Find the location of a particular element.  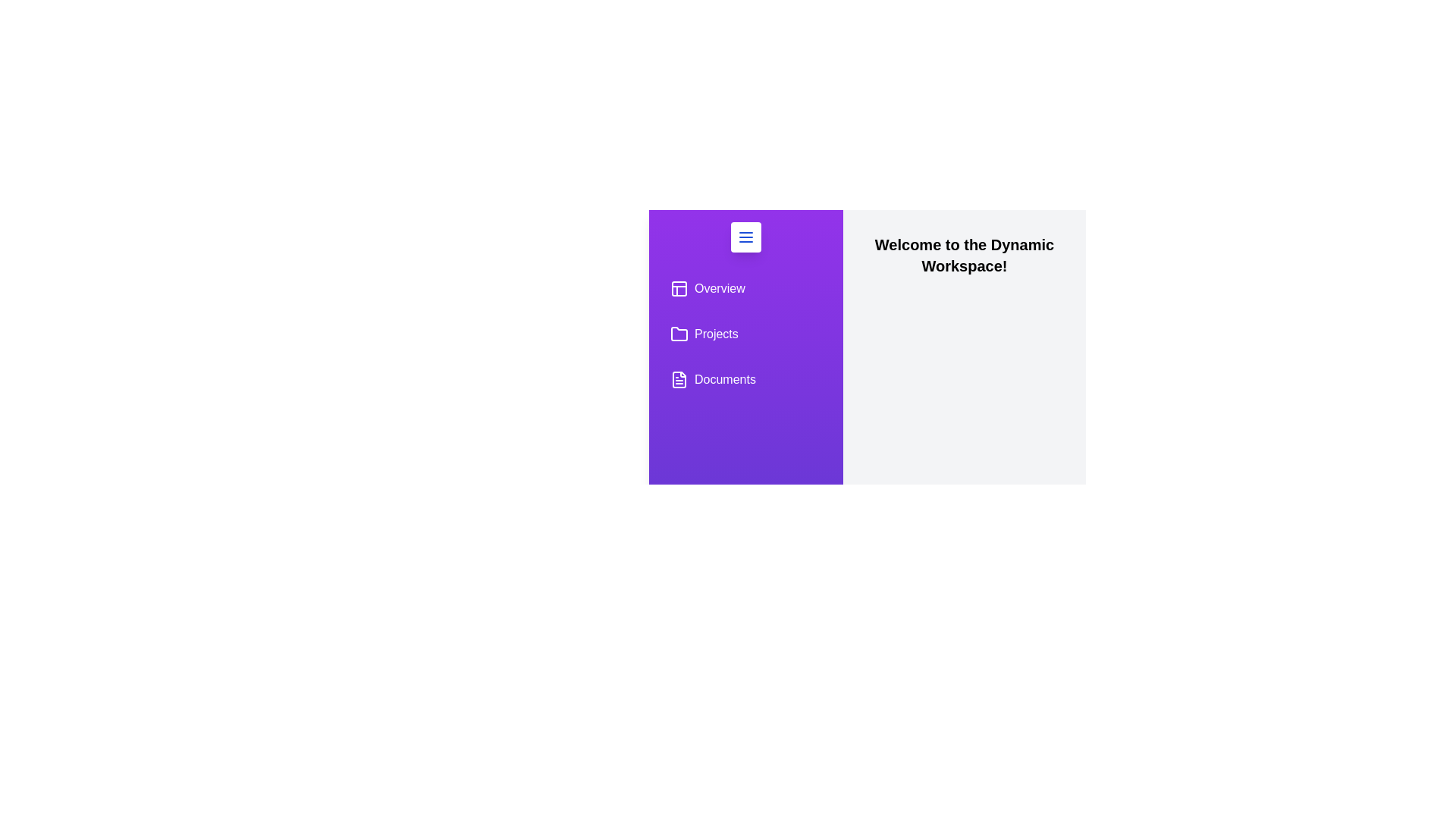

the 'Projects' section in the sidebar is located at coordinates (745, 333).